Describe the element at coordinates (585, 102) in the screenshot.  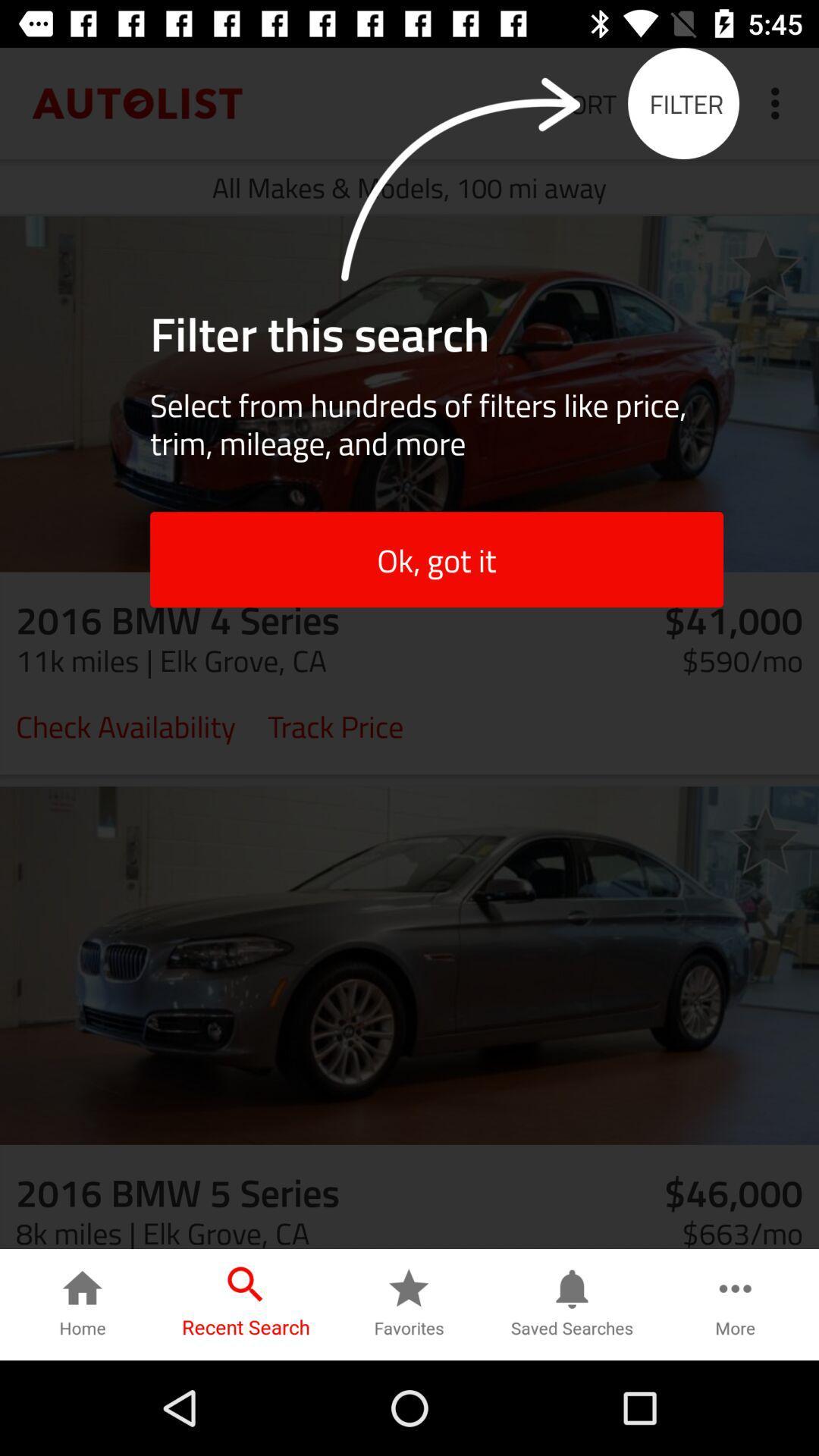
I see `the sort icon` at that location.